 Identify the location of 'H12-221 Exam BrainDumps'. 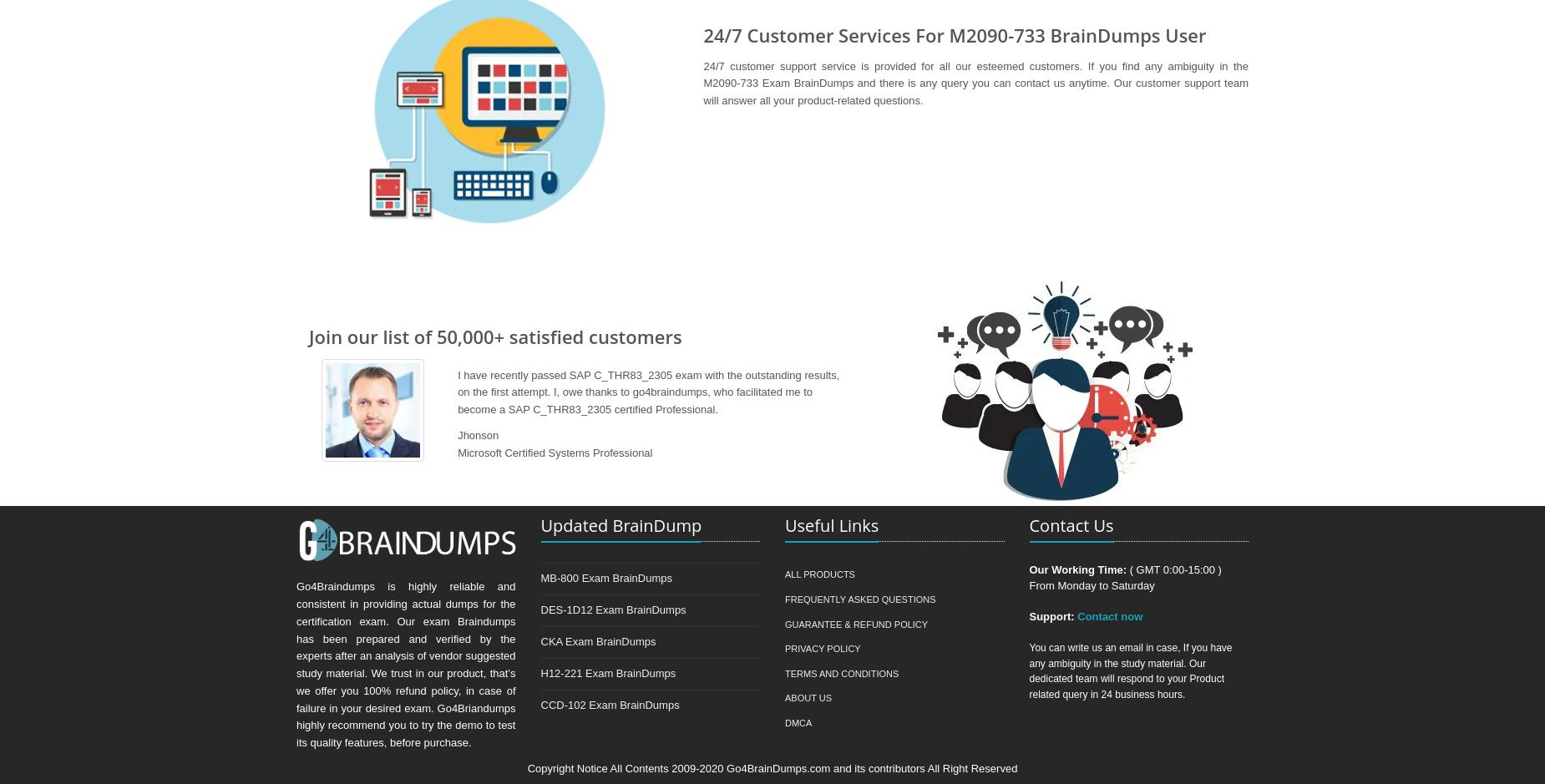
(607, 672).